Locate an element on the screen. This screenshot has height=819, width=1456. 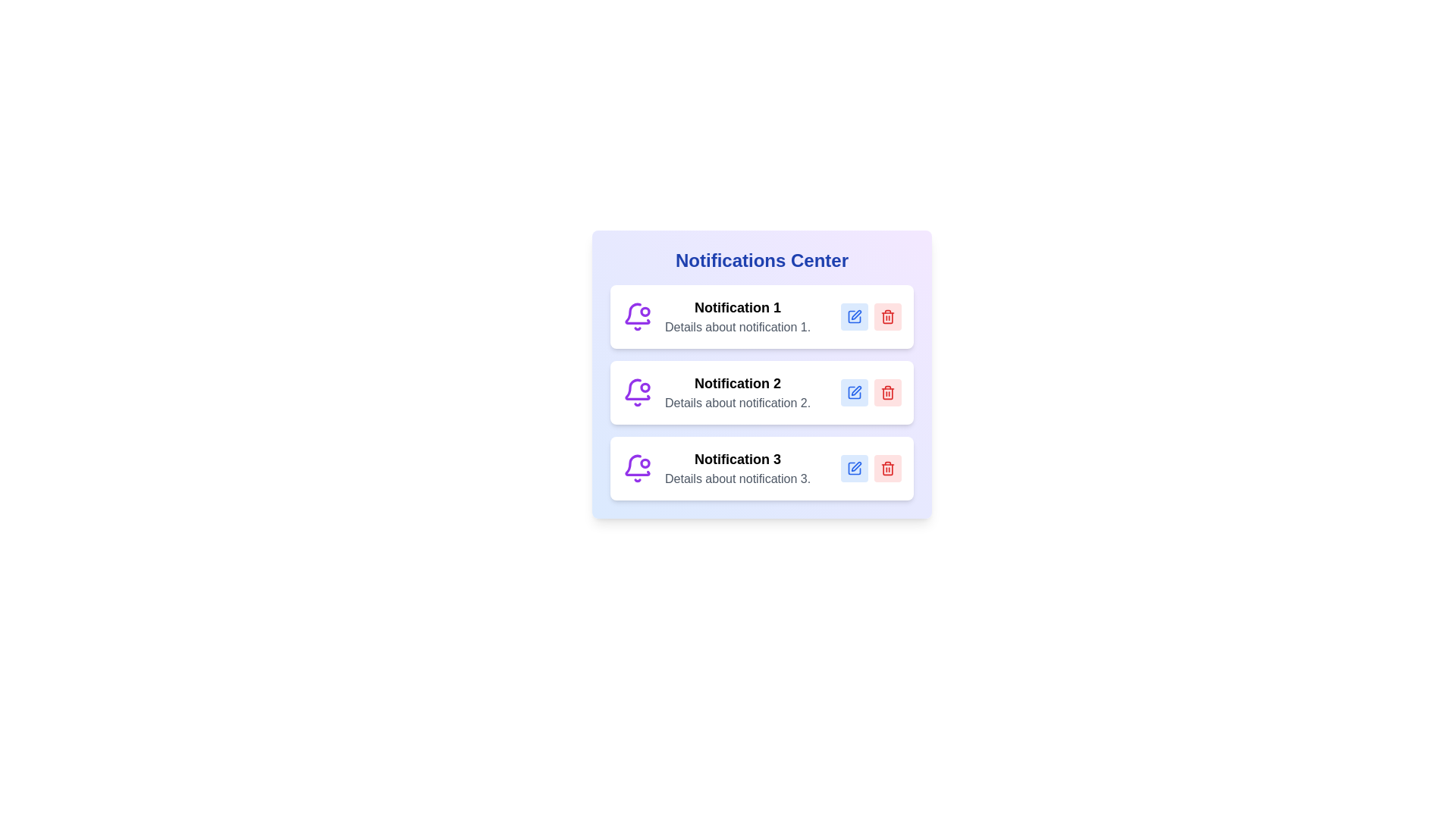
the edit icon located in the third notification group from the top, positioned to the right of the notification's text and left of the delete icon is located at coordinates (856, 466).